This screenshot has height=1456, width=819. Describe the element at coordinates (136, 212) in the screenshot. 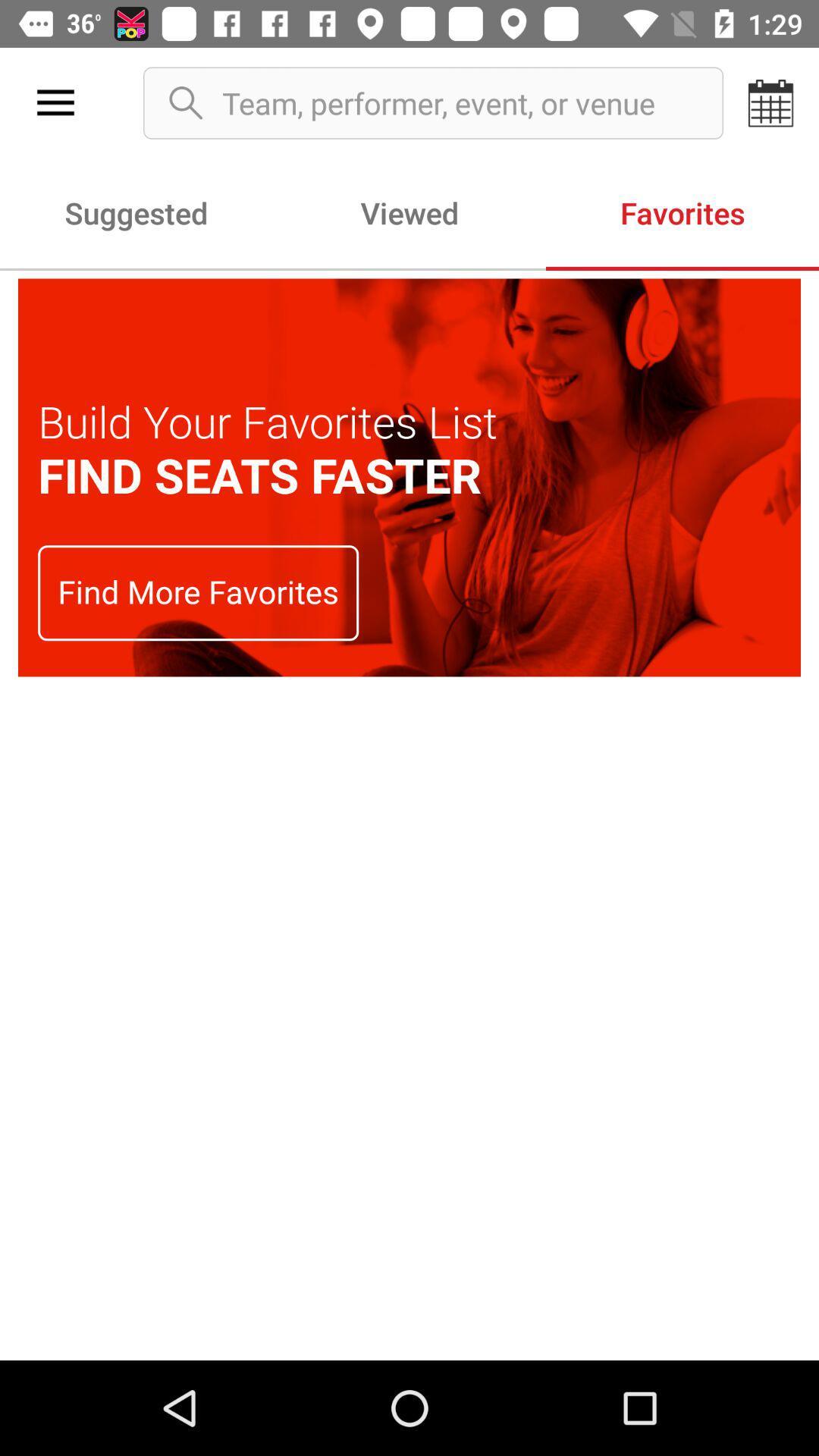

I see `the icon to the left of viewed icon` at that location.